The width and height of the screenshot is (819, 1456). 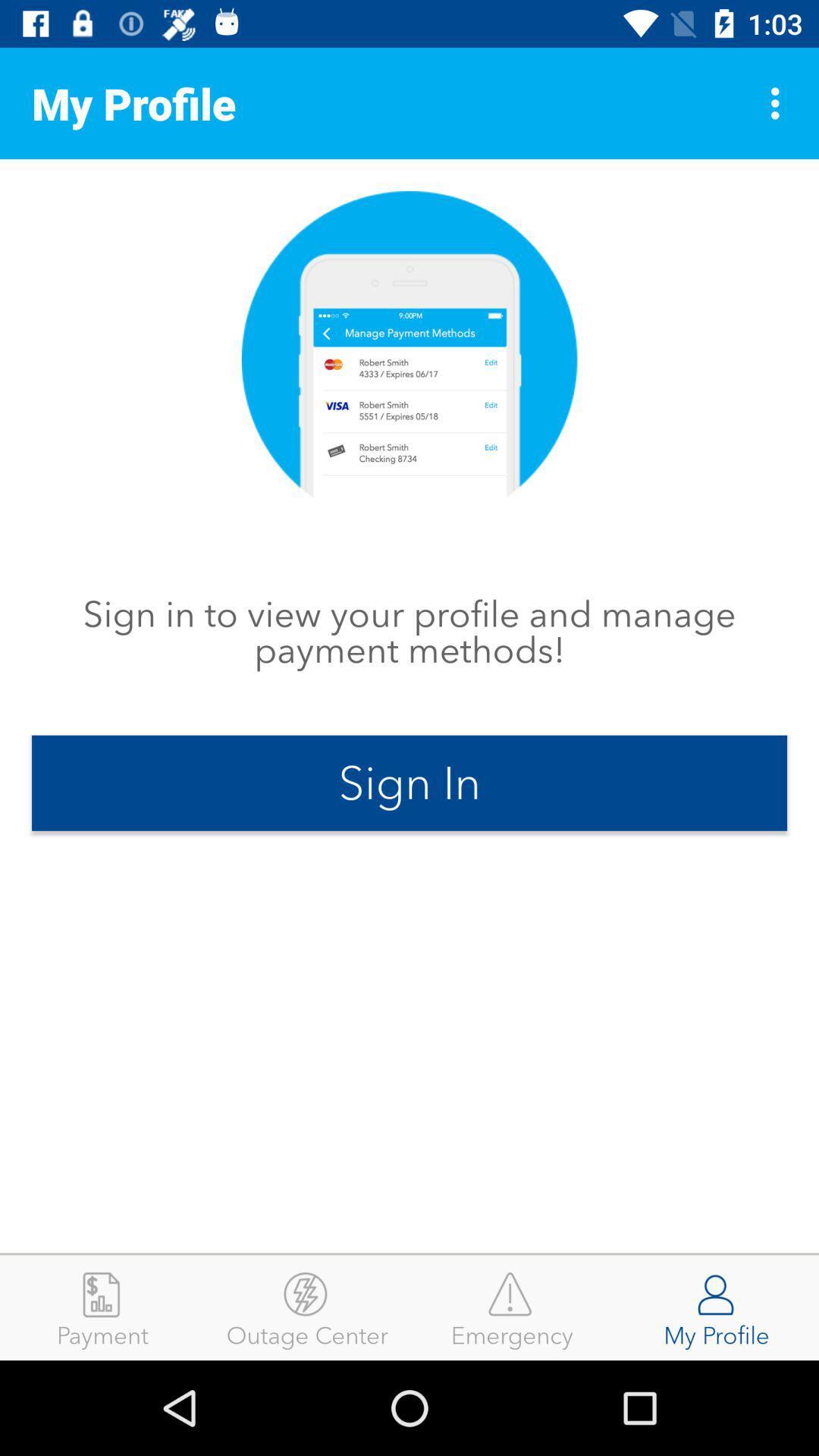 What do you see at coordinates (512, 1307) in the screenshot?
I see `the icon next to the outage center icon` at bounding box center [512, 1307].